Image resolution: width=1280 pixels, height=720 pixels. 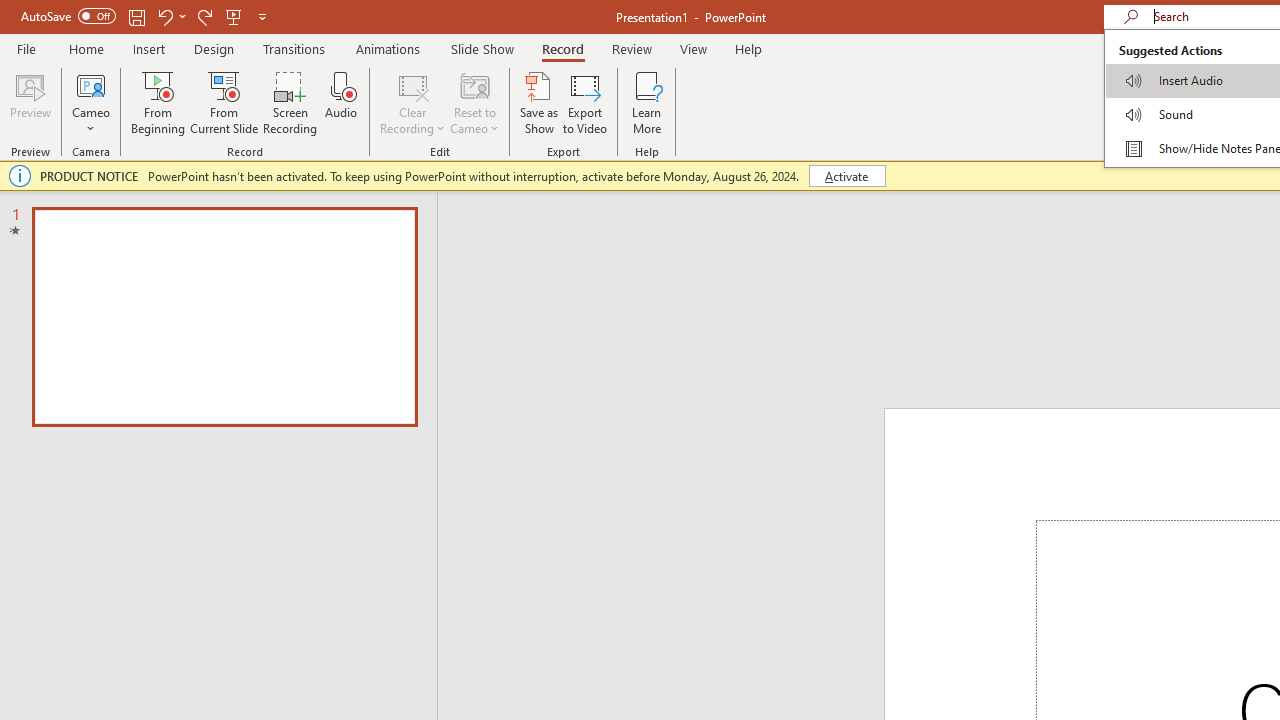 I want to click on 'Activate', so click(x=847, y=175).